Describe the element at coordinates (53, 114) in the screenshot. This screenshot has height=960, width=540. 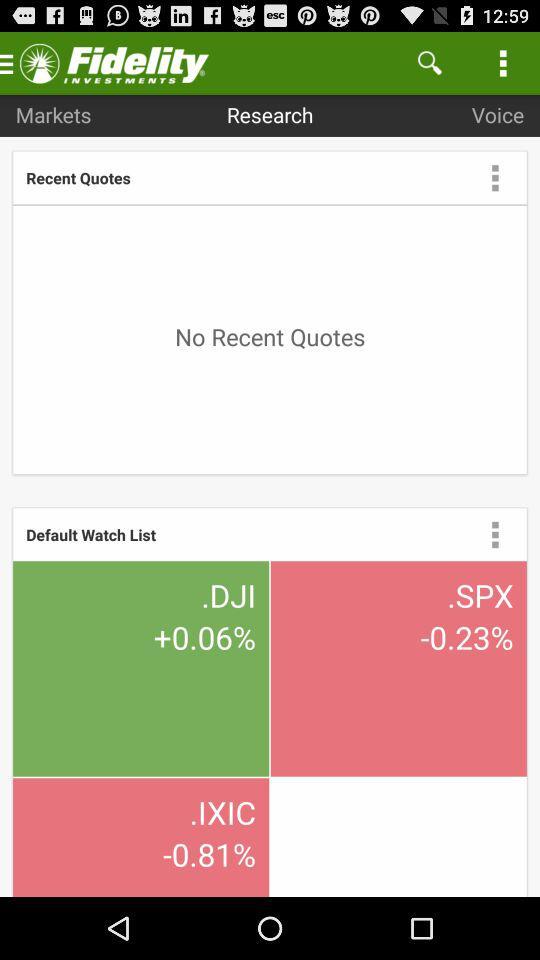
I see `app above recent quotes icon` at that location.